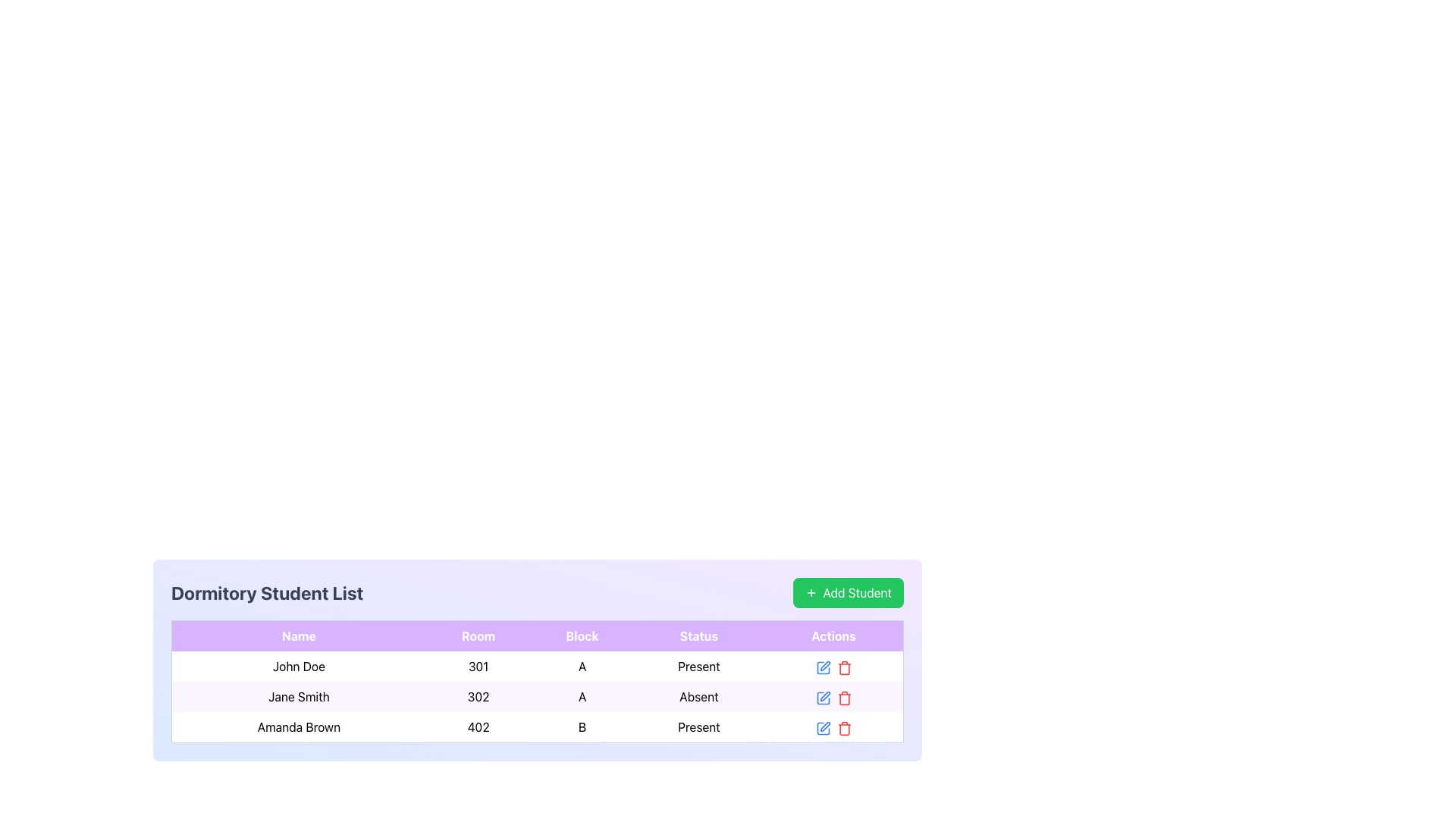  Describe the element at coordinates (843, 727) in the screenshot. I see `the red-colored trash icon button located in the bottom row of the table under the 'Actions' column` at that location.